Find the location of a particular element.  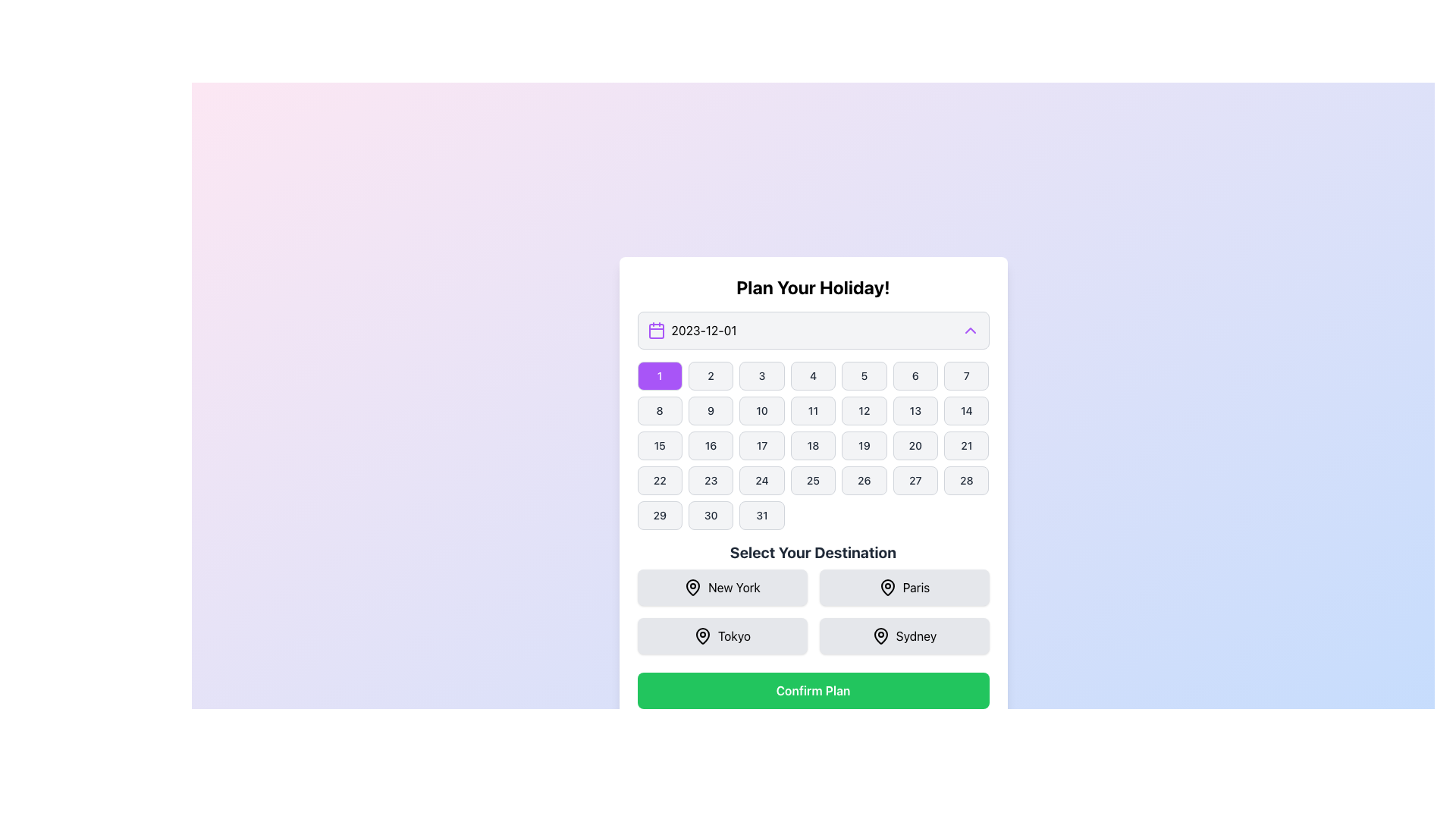

the rounded rectangular button labeled '21', which is located in the fourth row and the last column of the calendar grid is located at coordinates (965, 444).